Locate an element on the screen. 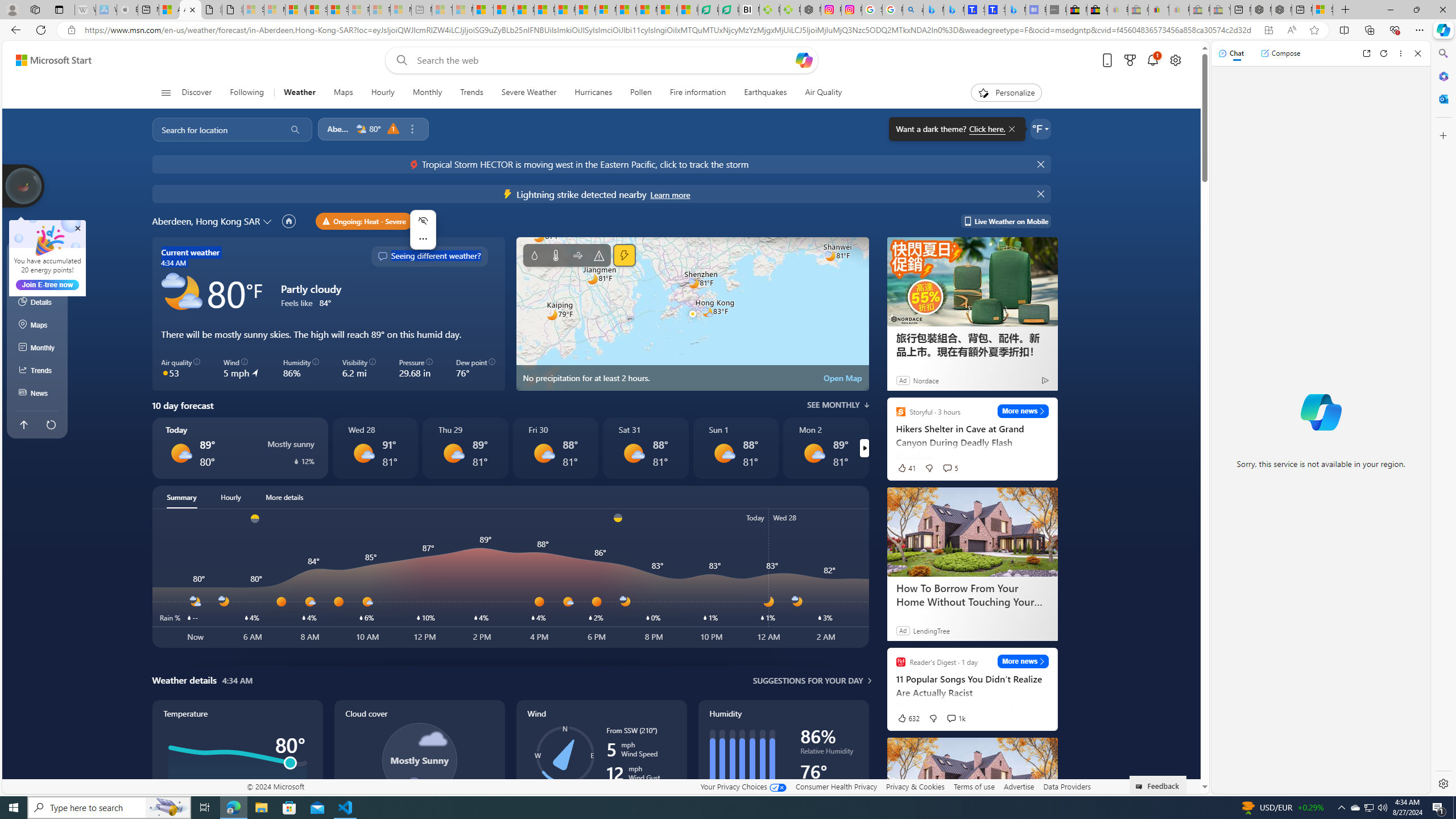  'More news' is located at coordinates (1022, 660).